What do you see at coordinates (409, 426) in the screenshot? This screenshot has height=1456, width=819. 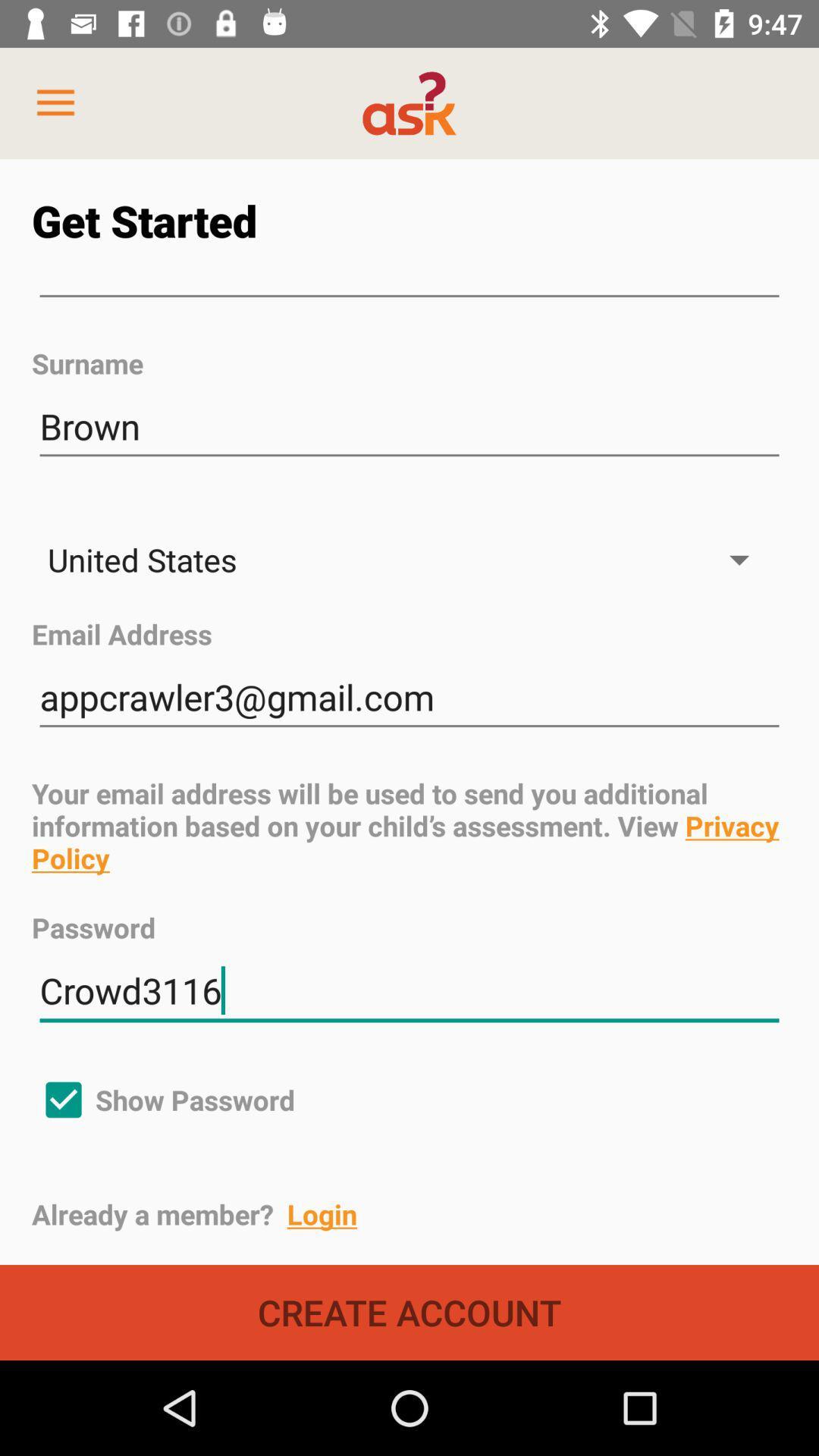 I see `the item above united states` at bounding box center [409, 426].